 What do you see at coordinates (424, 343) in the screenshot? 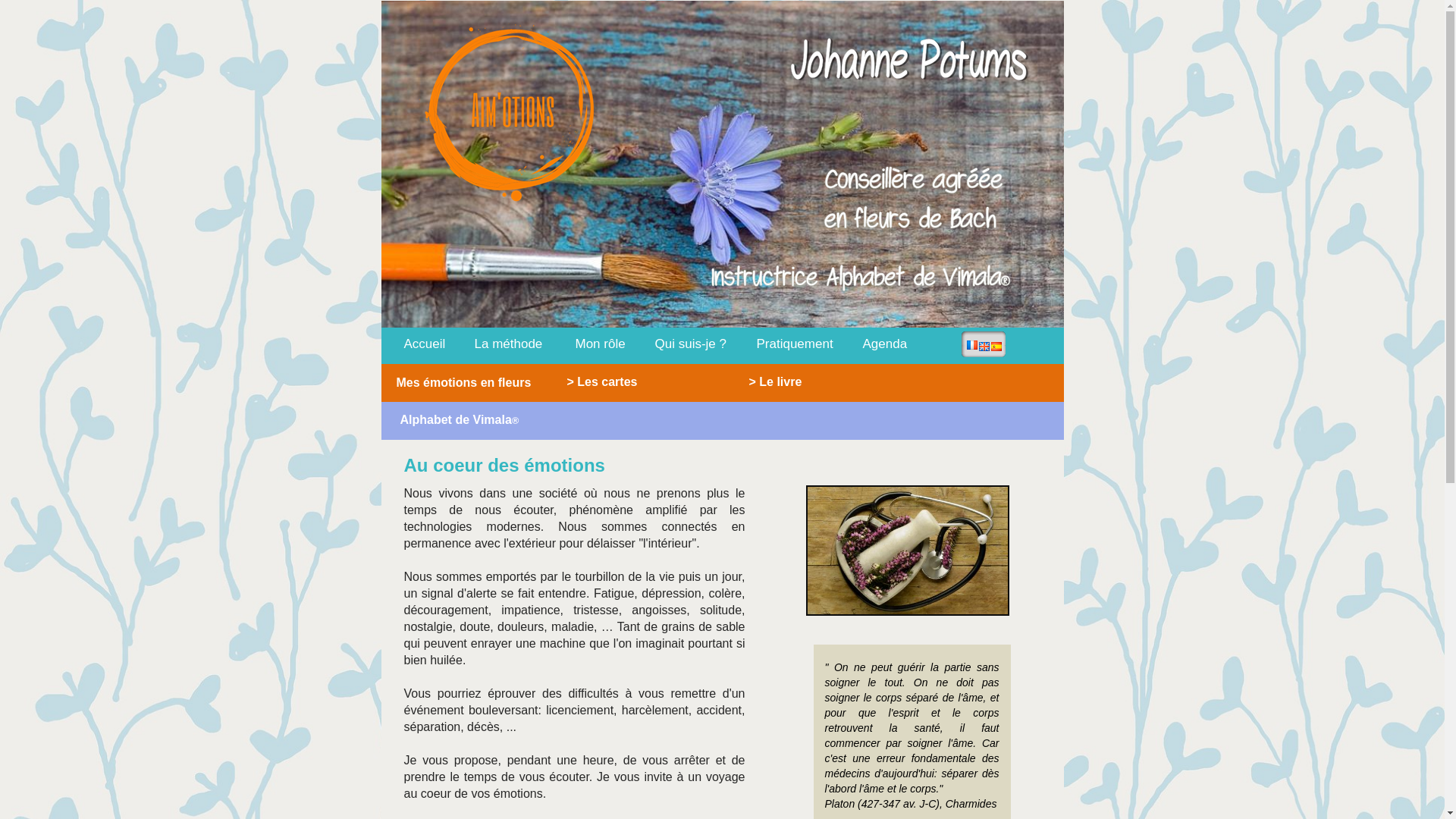
I see `'Accueil'` at bounding box center [424, 343].